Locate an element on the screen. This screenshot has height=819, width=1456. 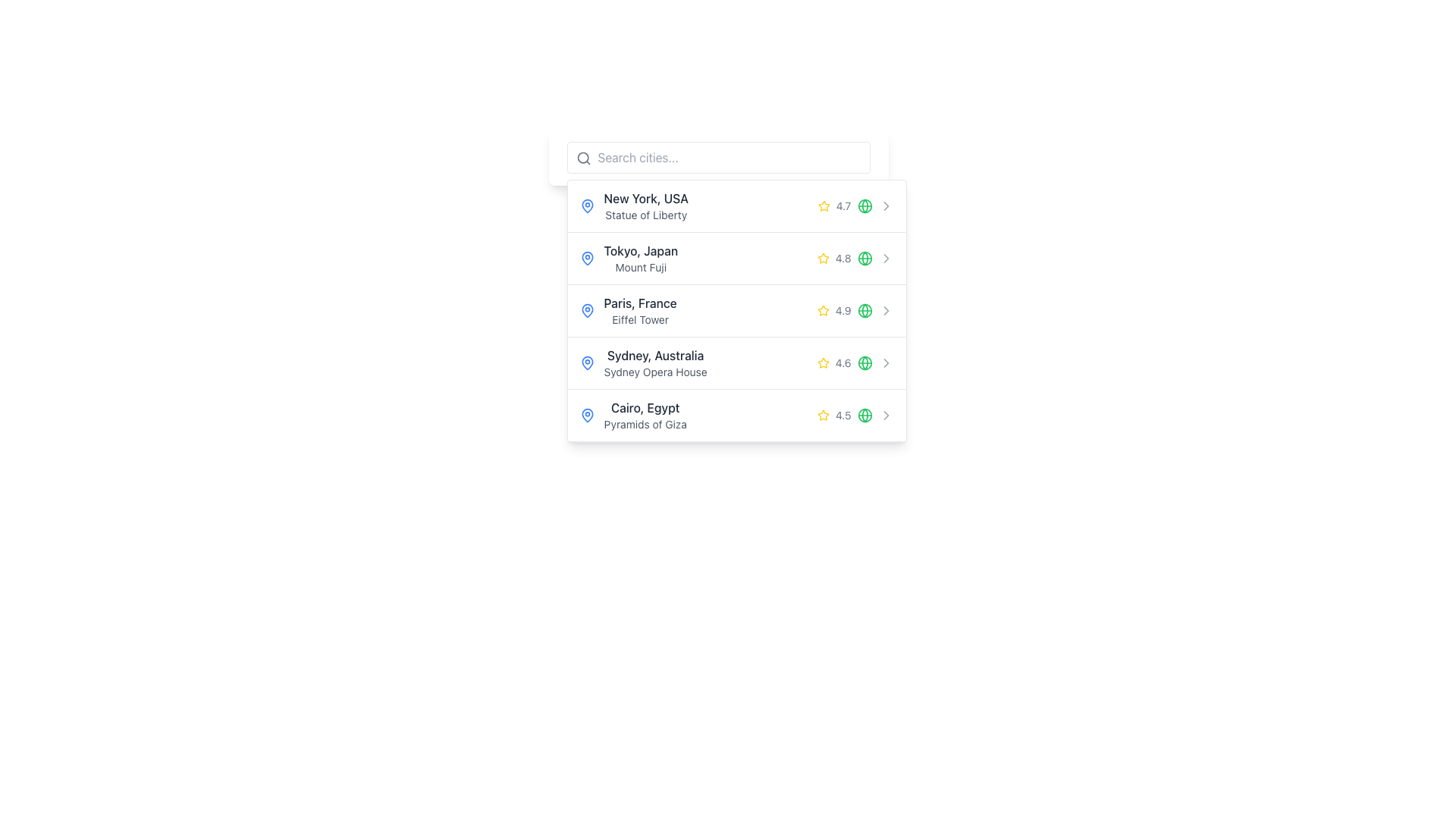
the navigation icon located in the row labeled 'Paris, France' is located at coordinates (886, 309).